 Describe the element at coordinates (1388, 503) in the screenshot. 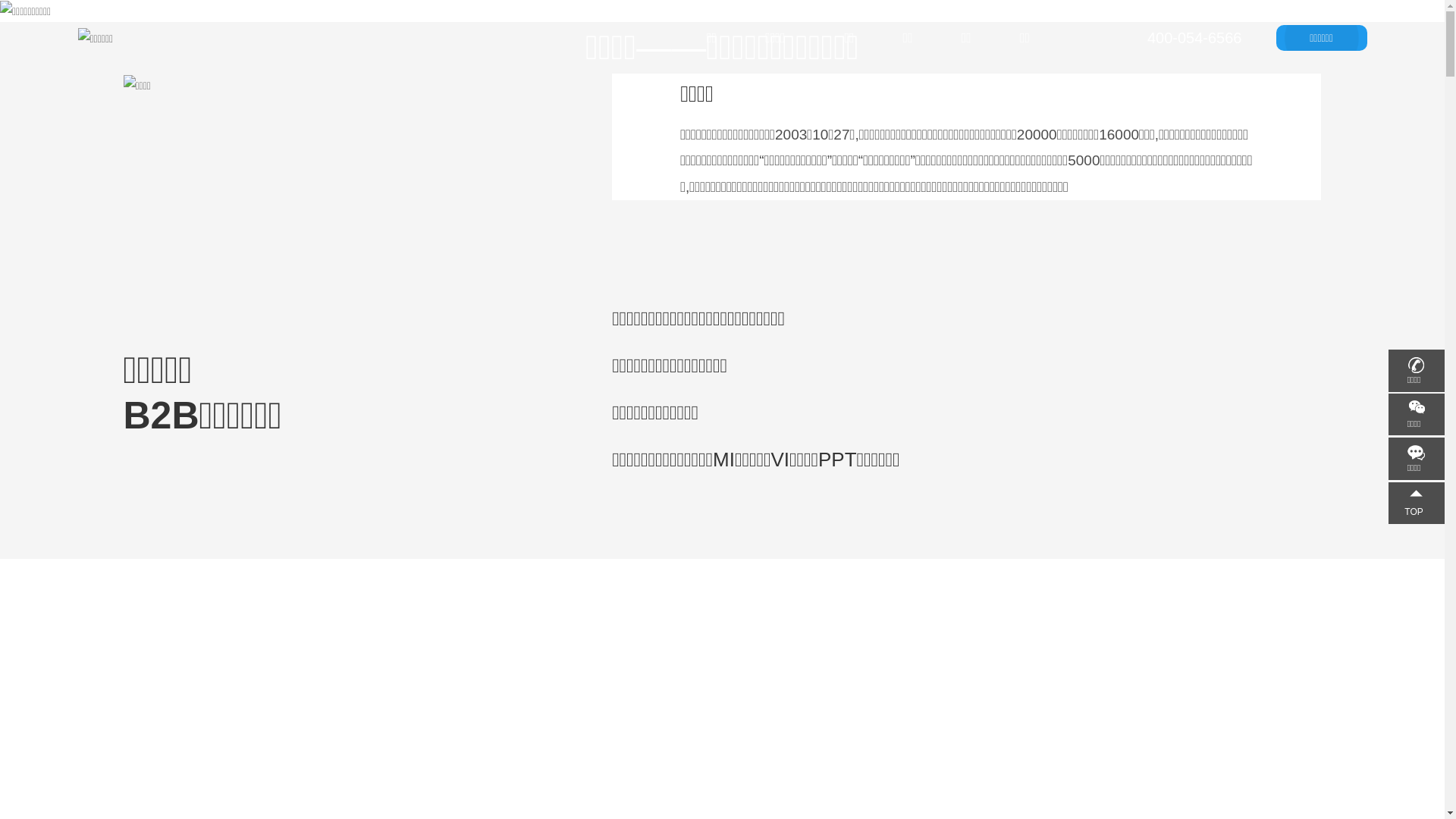

I see `'TOP'` at that location.